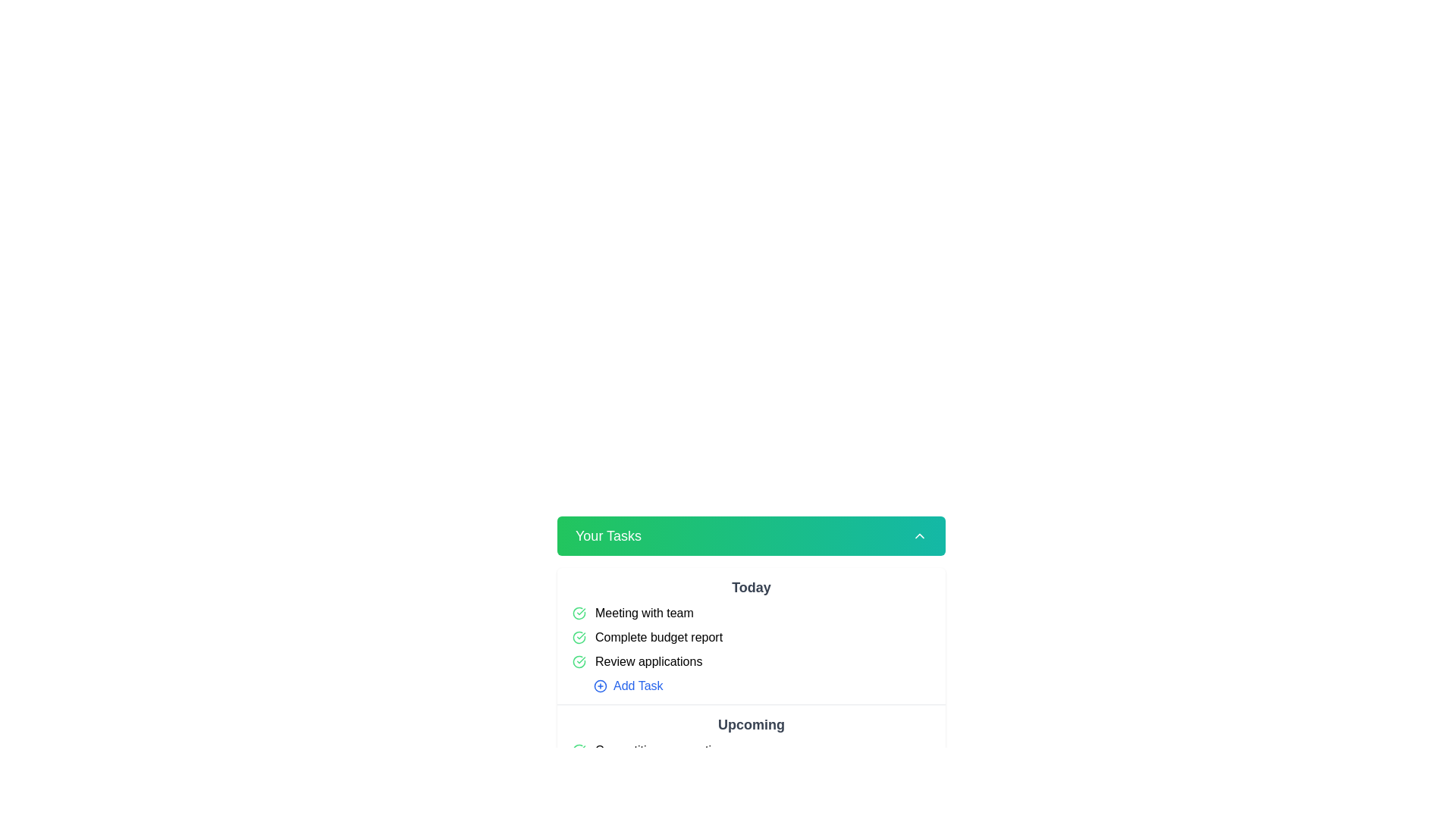 Image resolution: width=1456 pixels, height=819 pixels. I want to click on the text label representing the completed task 'Review applications' in the task manager interface, so click(648, 661).